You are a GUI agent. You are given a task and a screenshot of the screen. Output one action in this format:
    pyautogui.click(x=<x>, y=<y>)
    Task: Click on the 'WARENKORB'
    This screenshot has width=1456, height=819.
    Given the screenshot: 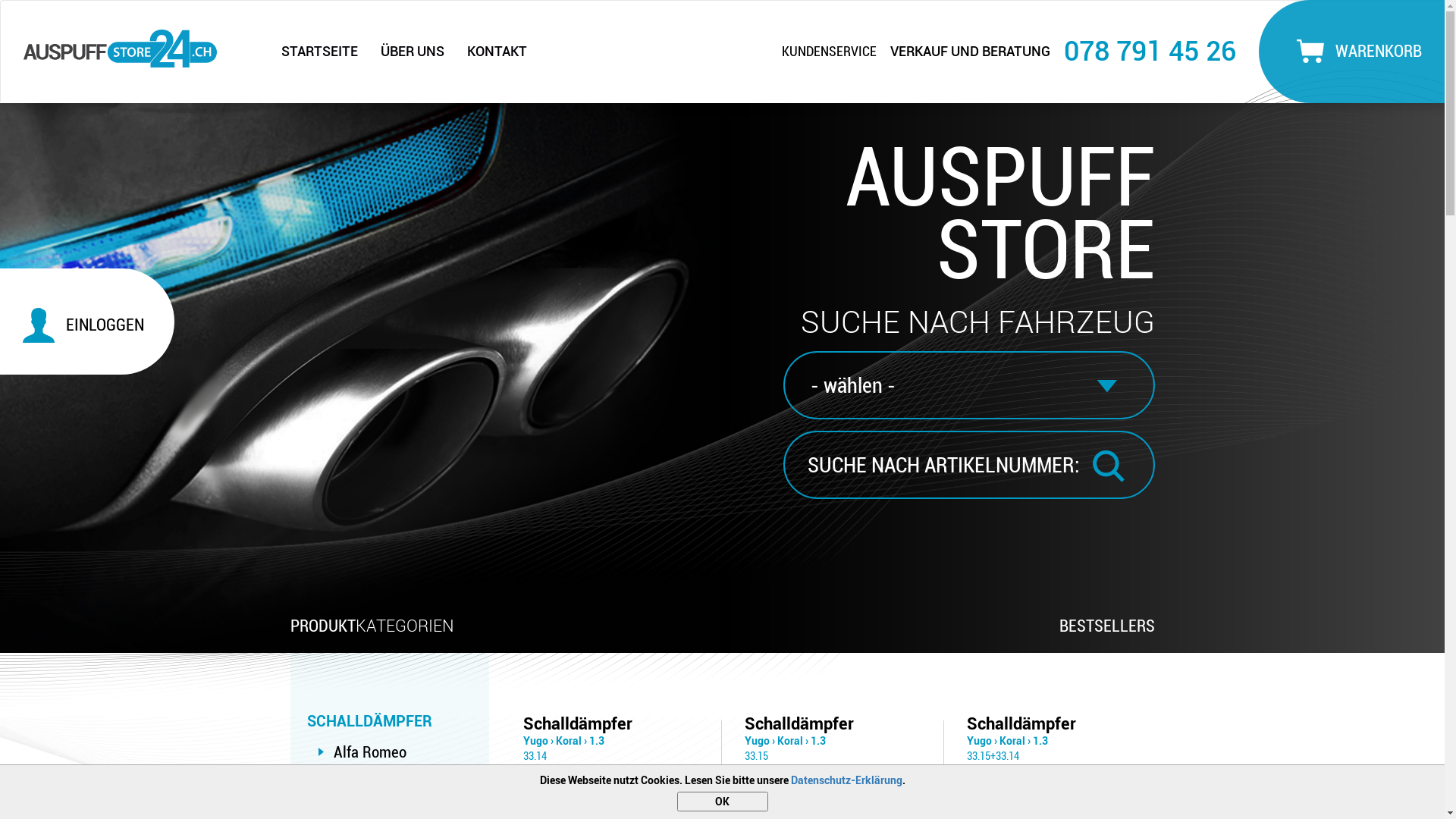 What is the action you would take?
    pyautogui.click(x=1355, y=50)
    